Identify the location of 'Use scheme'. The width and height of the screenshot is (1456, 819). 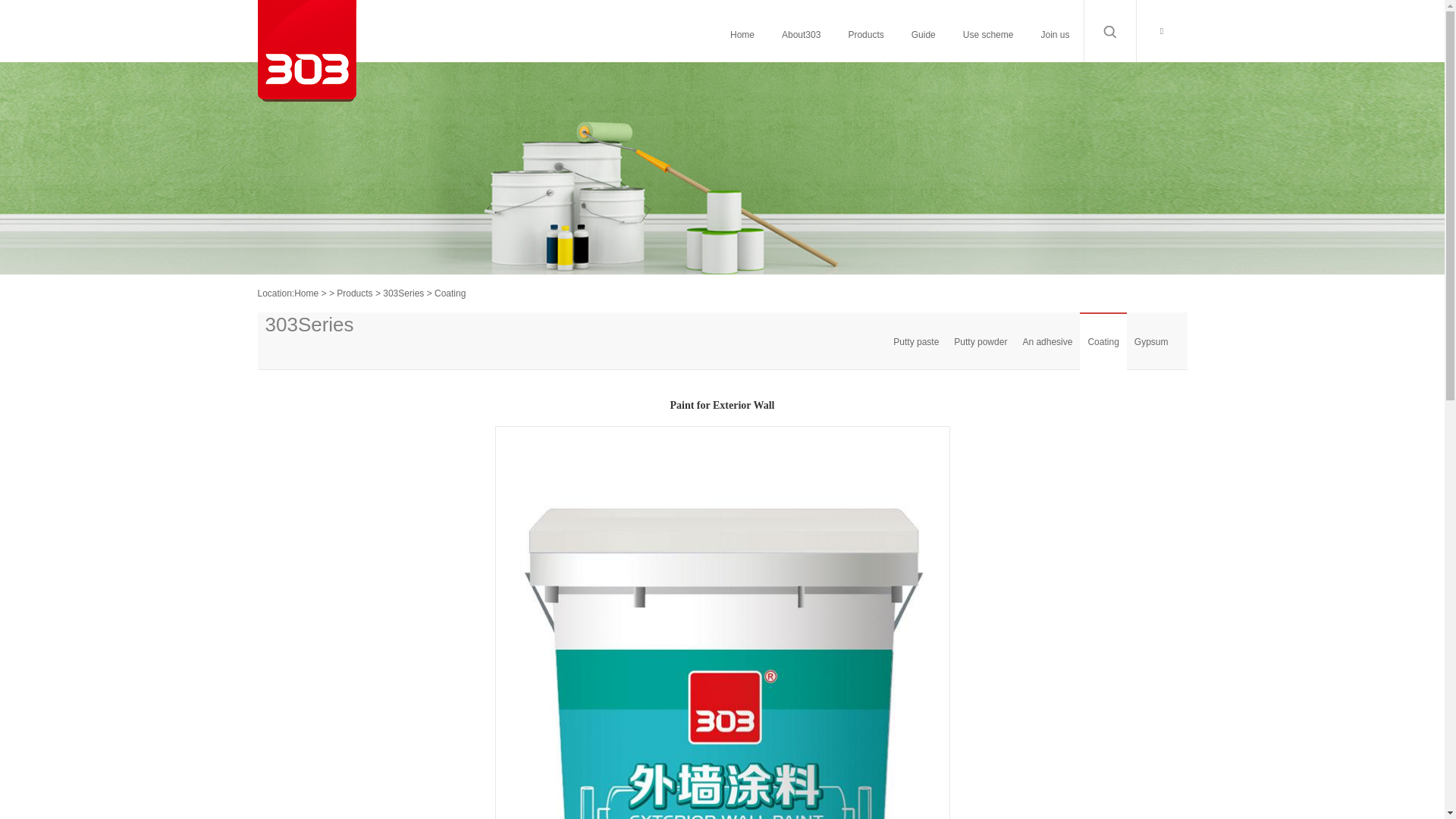
(988, 34).